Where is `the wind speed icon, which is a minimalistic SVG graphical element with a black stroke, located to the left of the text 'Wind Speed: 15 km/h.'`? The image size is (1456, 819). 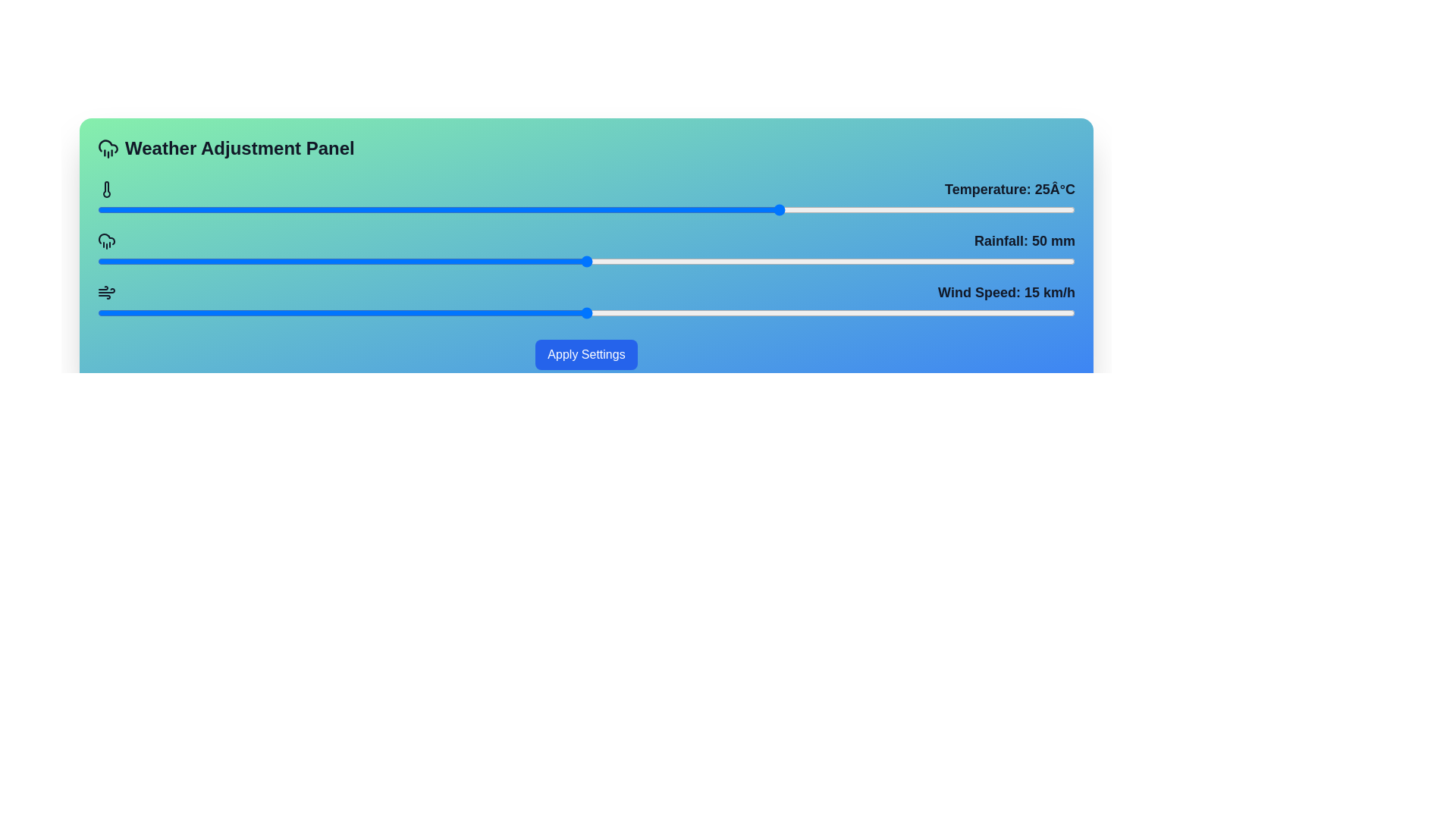 the wind speed icon, which is a minimalistic SVG graphical element with a black stroke, located to the left of the text 'Wind Speed: 15 km/h.' is located at coordinates (105, 292).